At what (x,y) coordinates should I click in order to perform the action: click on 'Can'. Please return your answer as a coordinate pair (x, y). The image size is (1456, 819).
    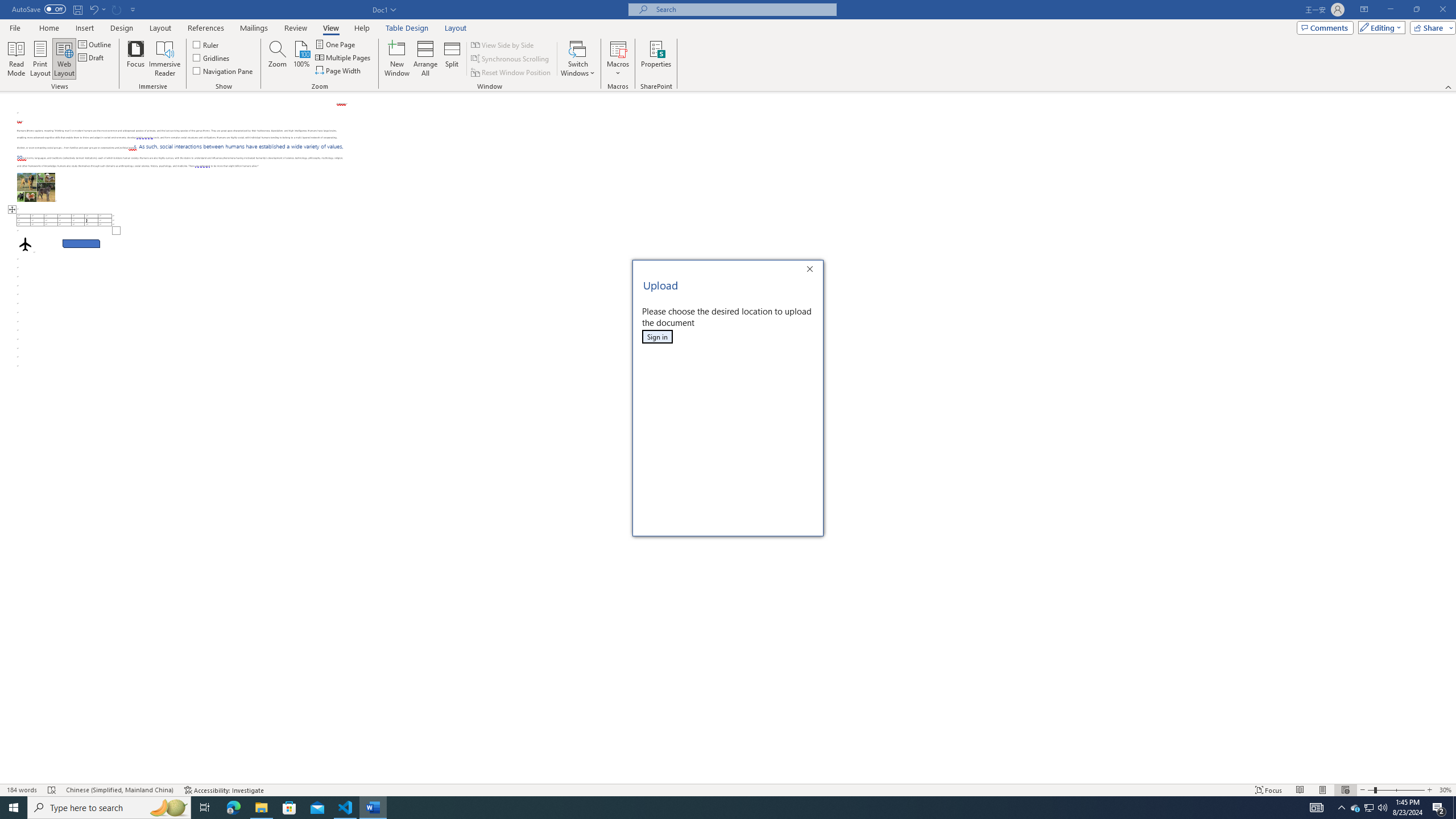
    Looking at the image, I should click on (117, 9).